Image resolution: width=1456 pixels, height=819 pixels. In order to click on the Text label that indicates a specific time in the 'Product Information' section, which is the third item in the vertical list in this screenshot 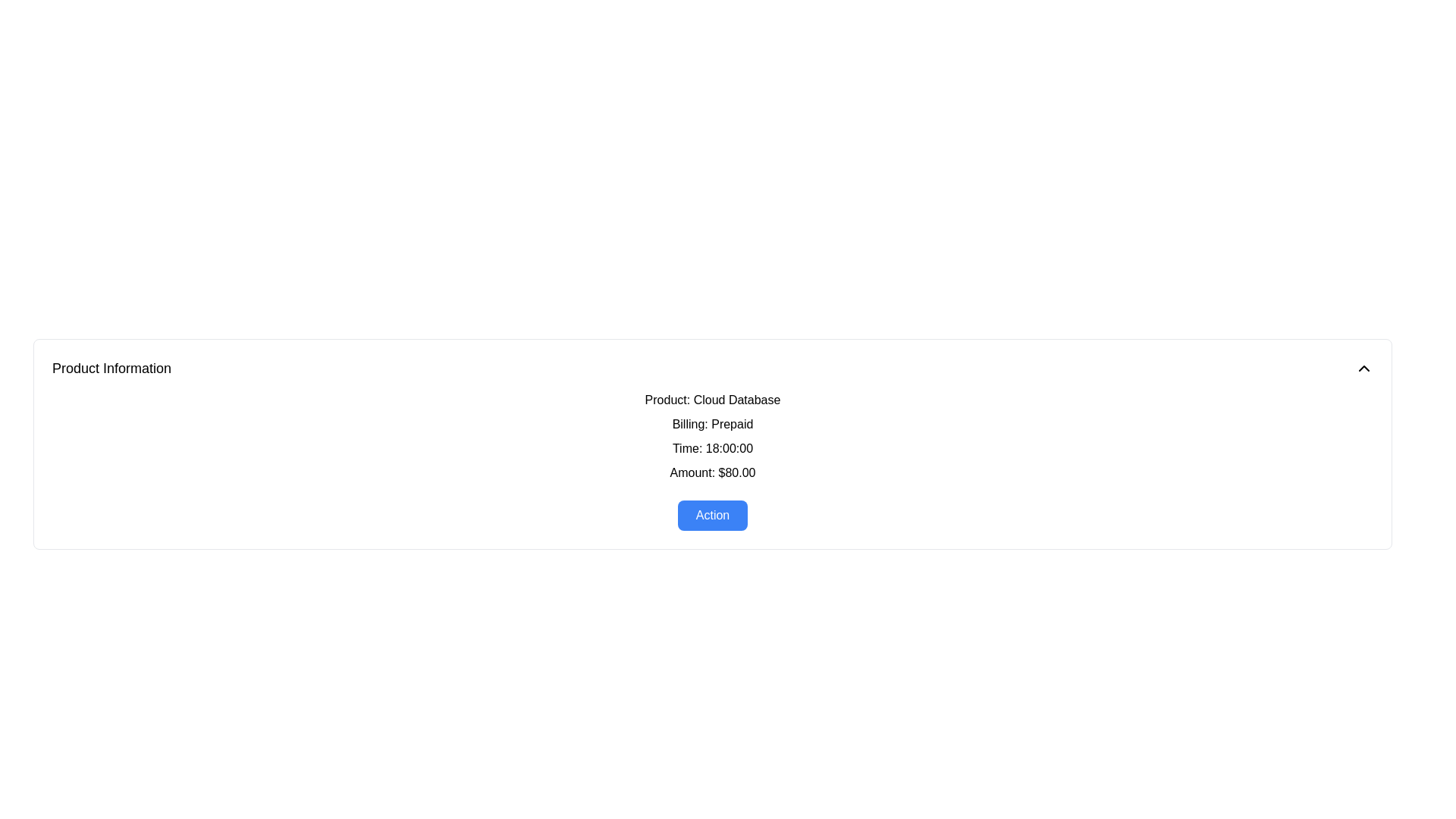, I will do `click(712, 447)`.